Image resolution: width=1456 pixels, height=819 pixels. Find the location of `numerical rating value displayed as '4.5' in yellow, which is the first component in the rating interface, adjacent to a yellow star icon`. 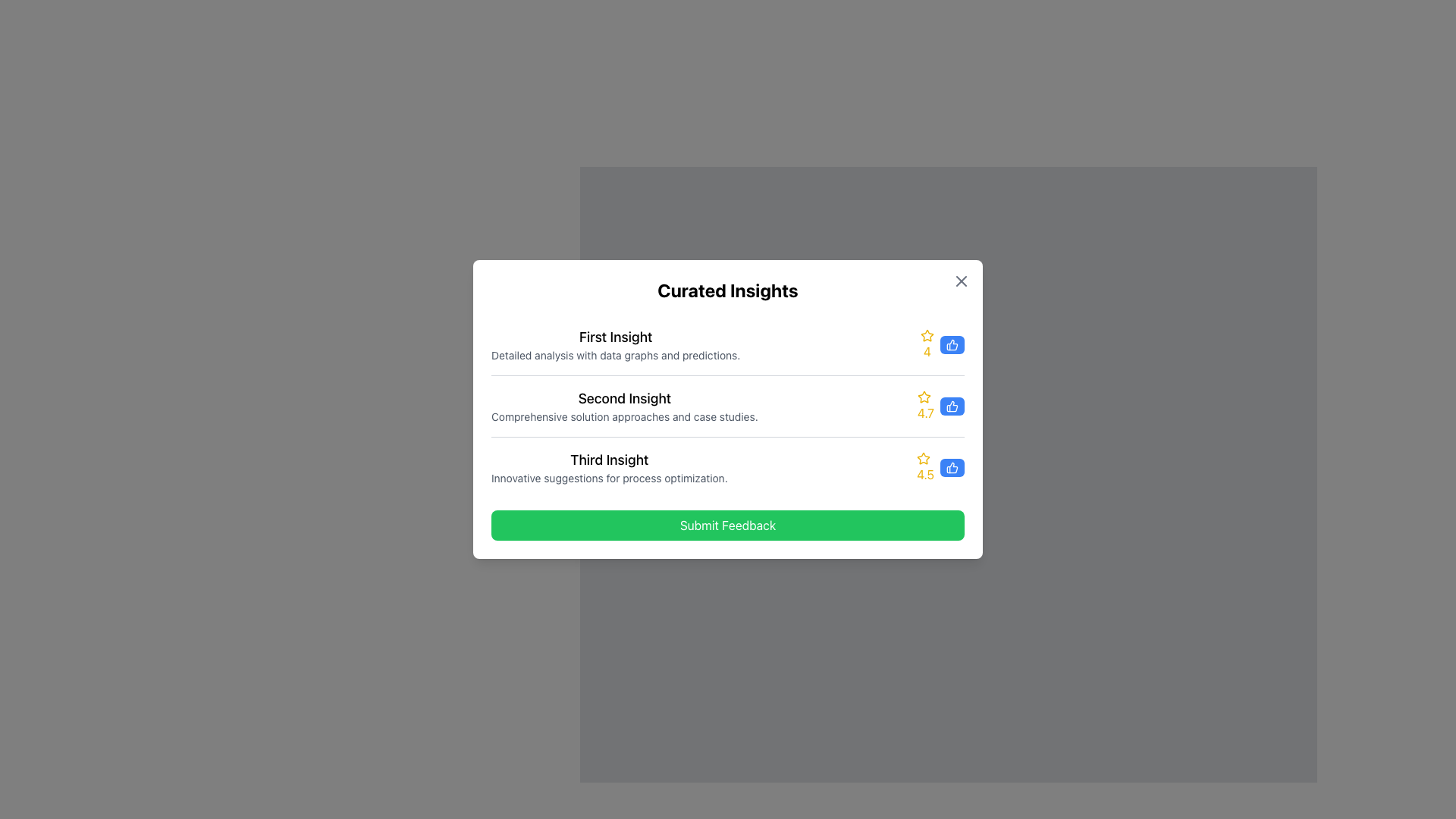

numerical rating value displayed as '4.5' in yellow, which is the first component in the rating interface, adjacent to a yellow star icon is located at coordinates (924, 467).